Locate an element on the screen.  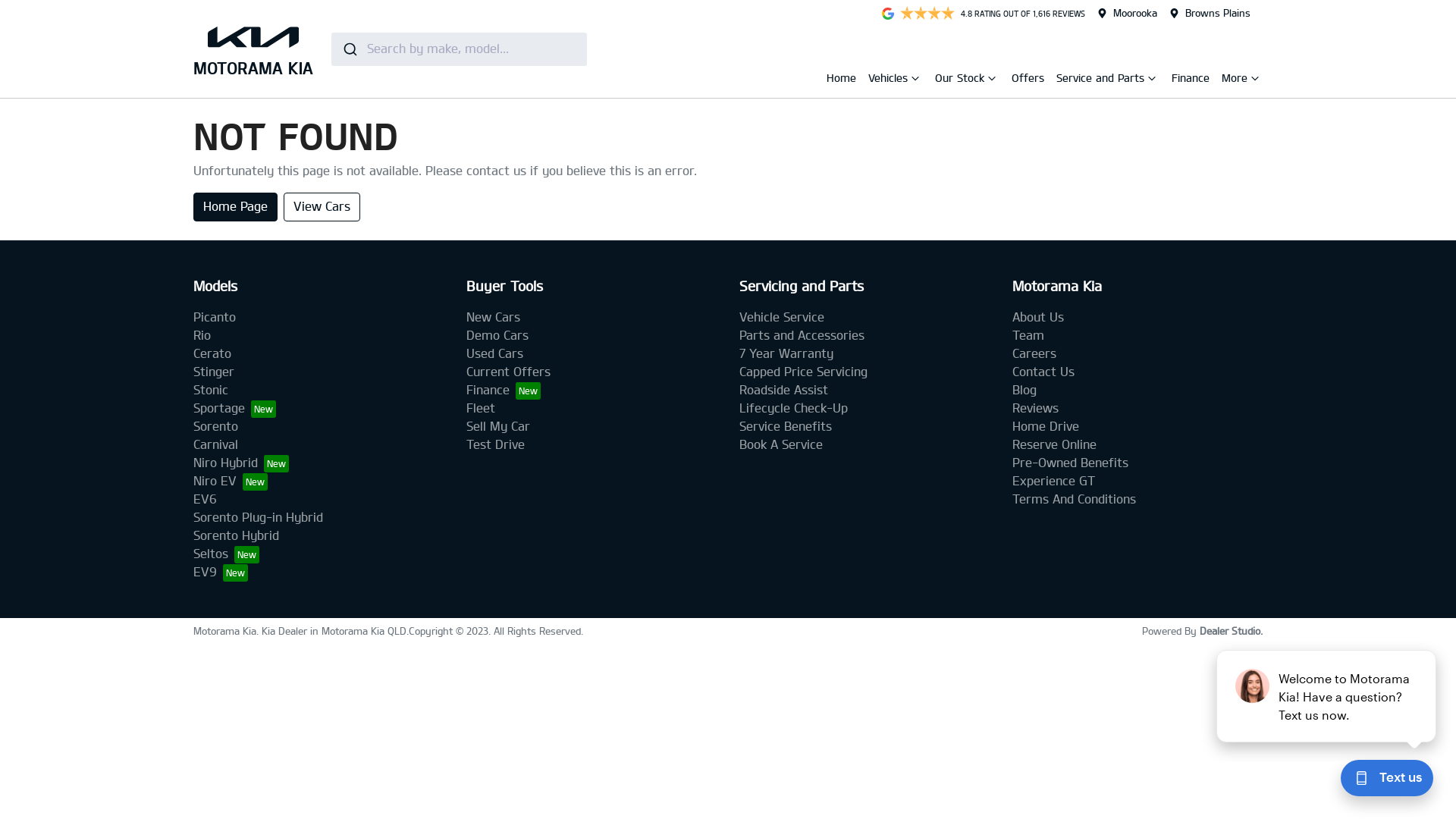
'Home Drive' is located at coordinates (1044, 426).